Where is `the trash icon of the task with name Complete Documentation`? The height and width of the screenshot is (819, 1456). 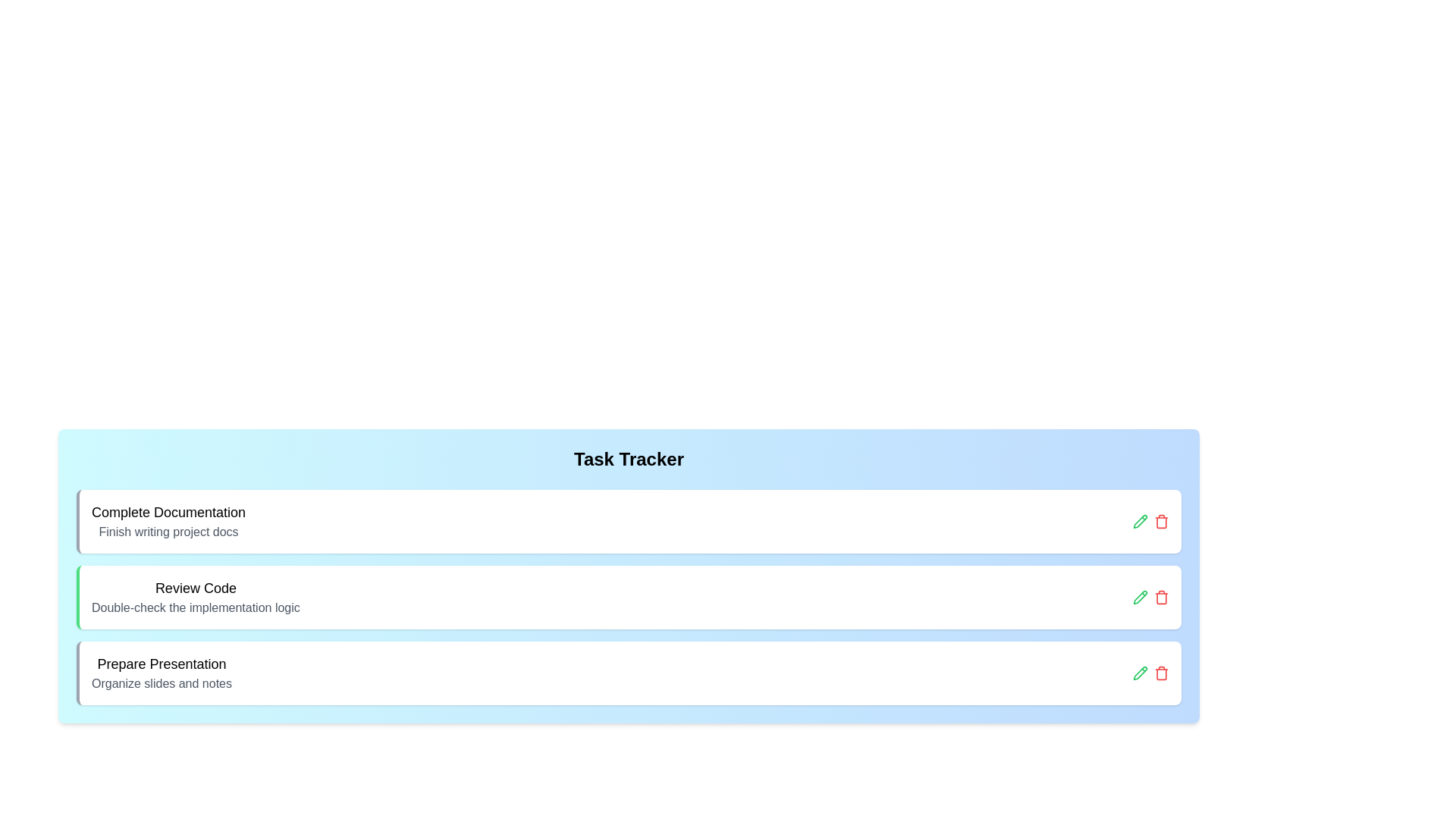 the trash icon of the task with name Complete Documentation is located at coordinates (1160, 520).